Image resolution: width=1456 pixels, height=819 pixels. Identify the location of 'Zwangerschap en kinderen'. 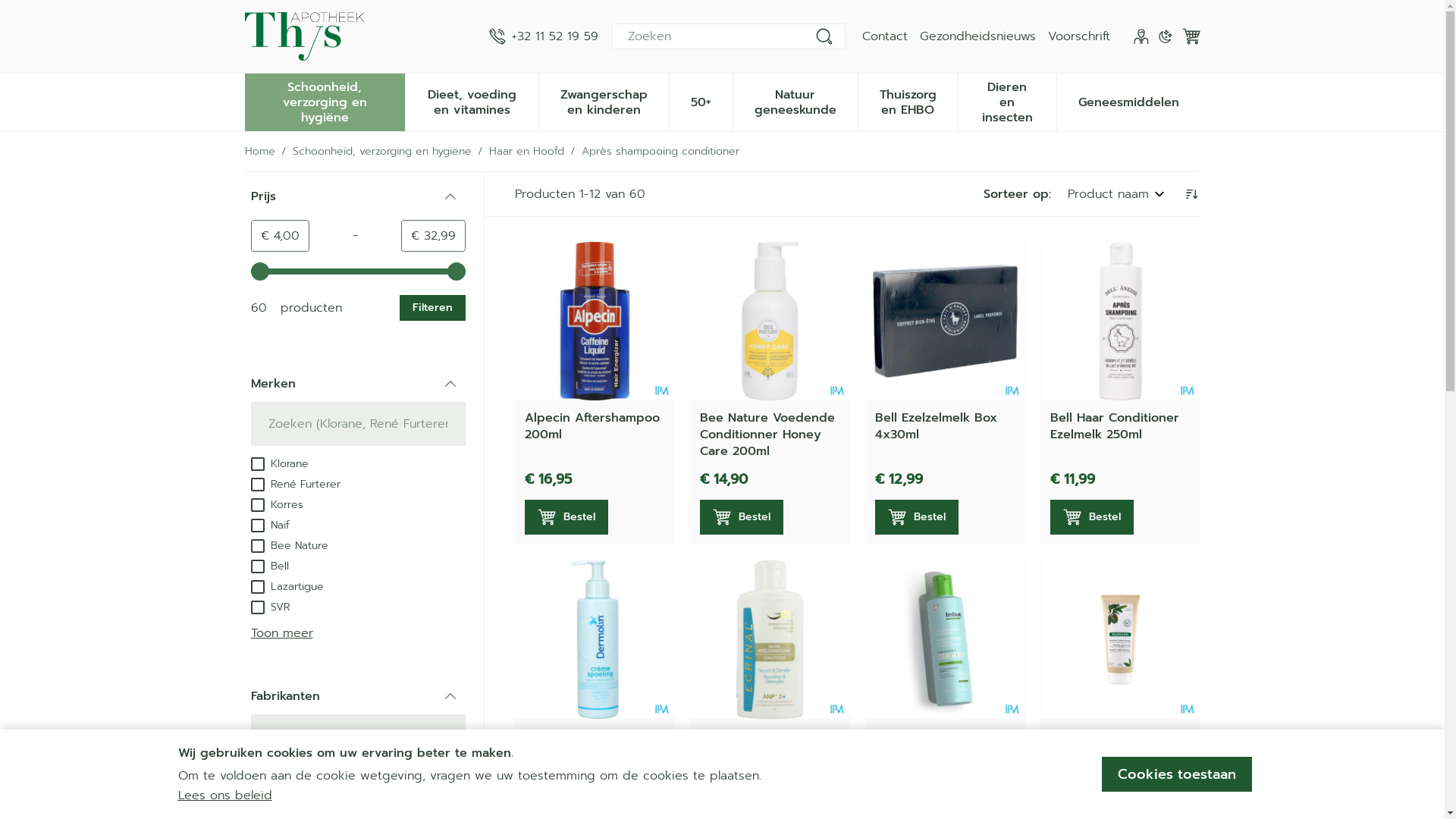
(603, 100).